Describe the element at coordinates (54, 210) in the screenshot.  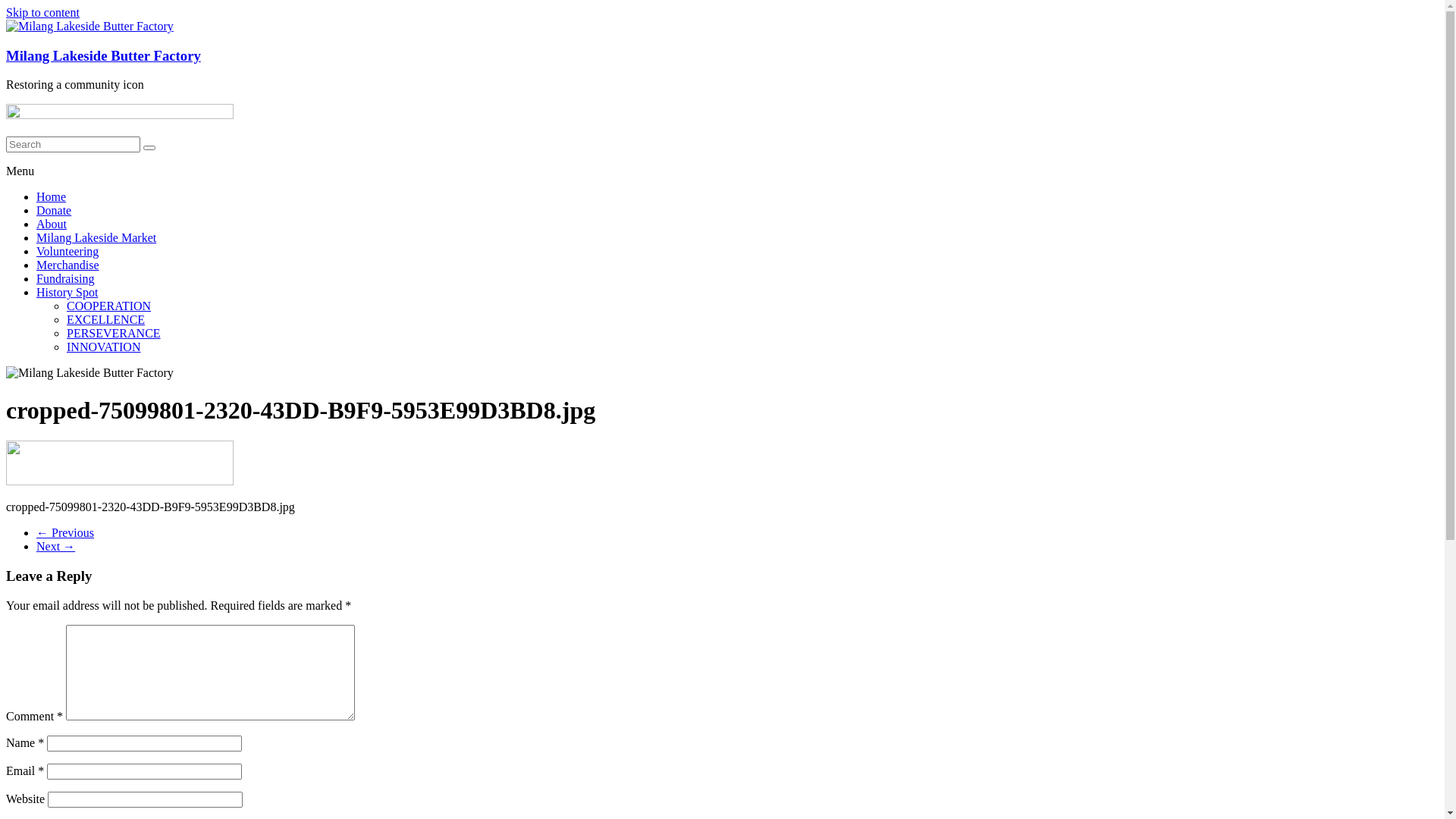
I see `'Donate'` at that location.